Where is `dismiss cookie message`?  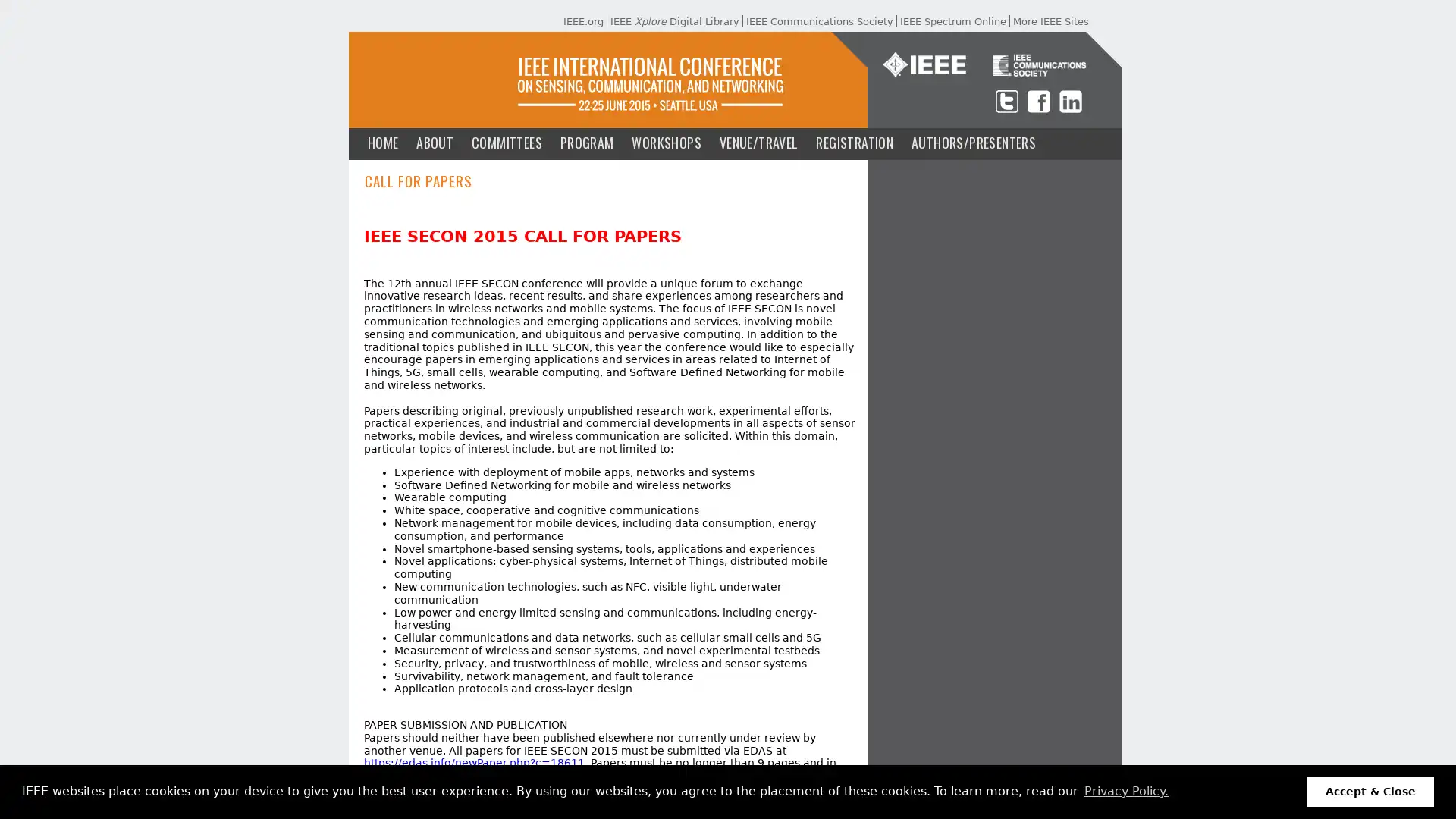
dismiss cookie message is located at coordinates (1370, 791).